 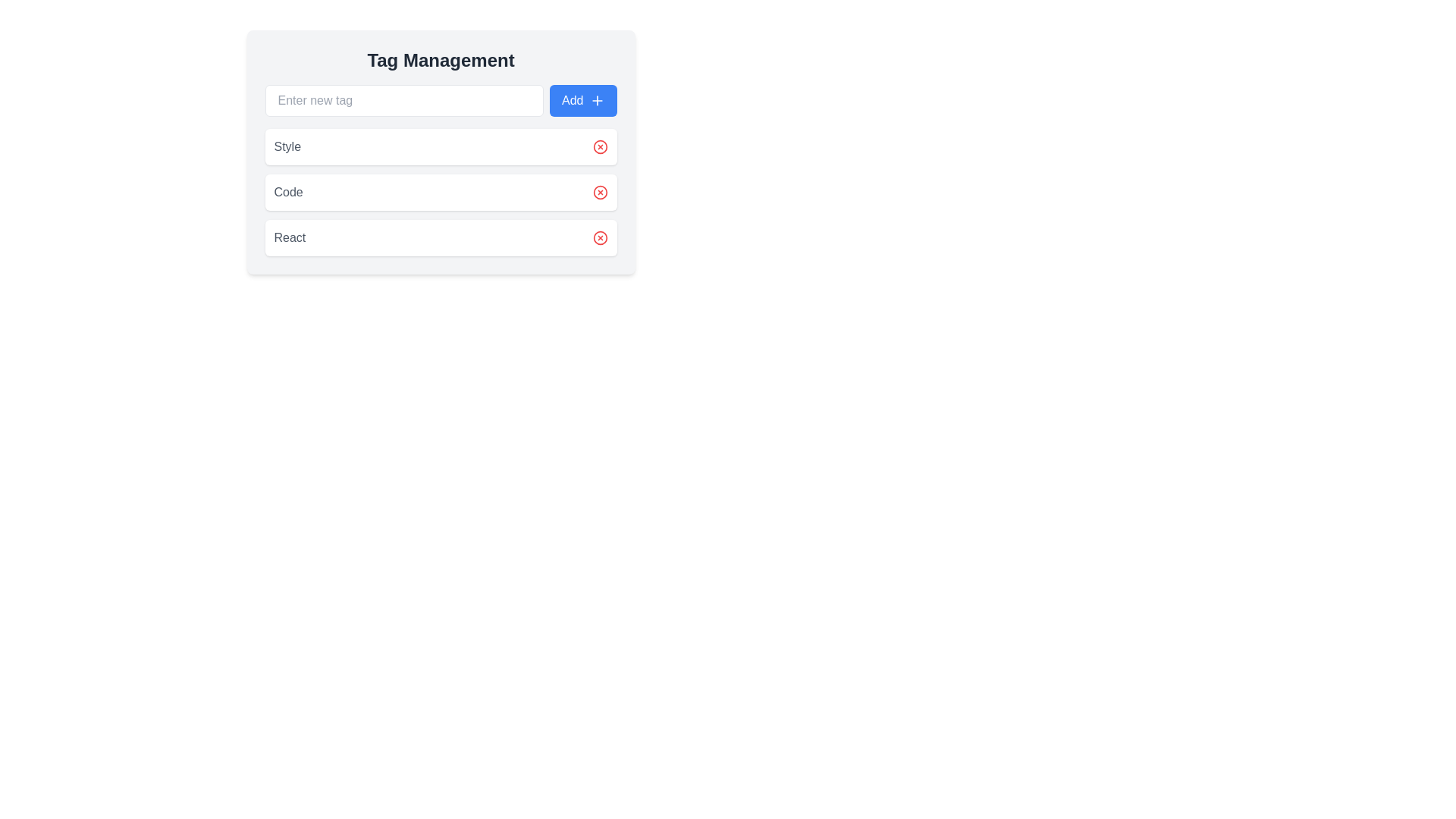 What do you see at coordinates (440, 60) in the screenshot?
I see `the Heading Text that indicates 'Tag Management', which is the title for the card interface located at the top of the card layout` at bounding box center [440, 60].